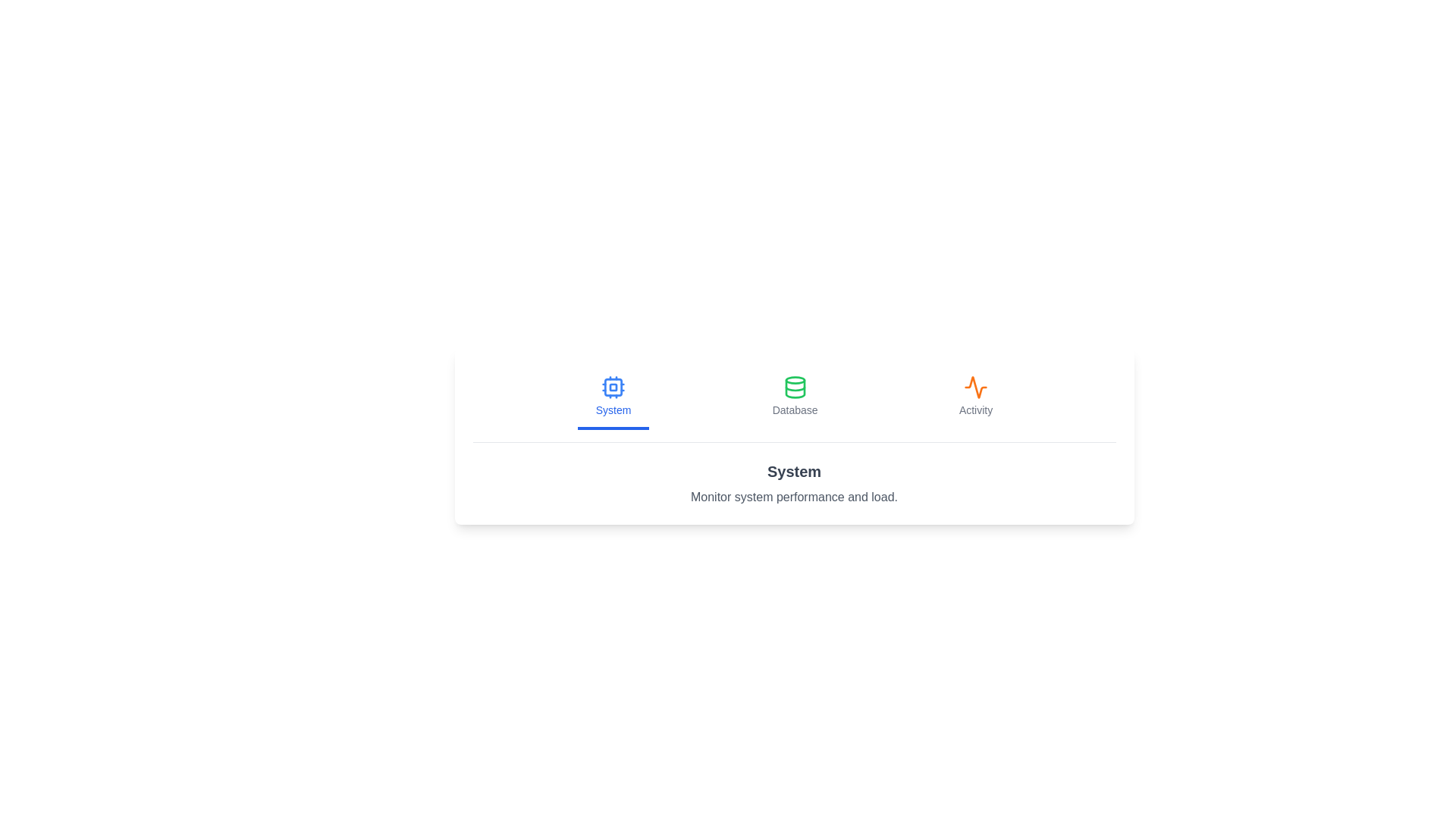 The height and width of the screenshot is (819, 1456). Describe the element at coordinates (975, 397) in the screenshot. I see `the Activity tab by clicking its button` at that location.